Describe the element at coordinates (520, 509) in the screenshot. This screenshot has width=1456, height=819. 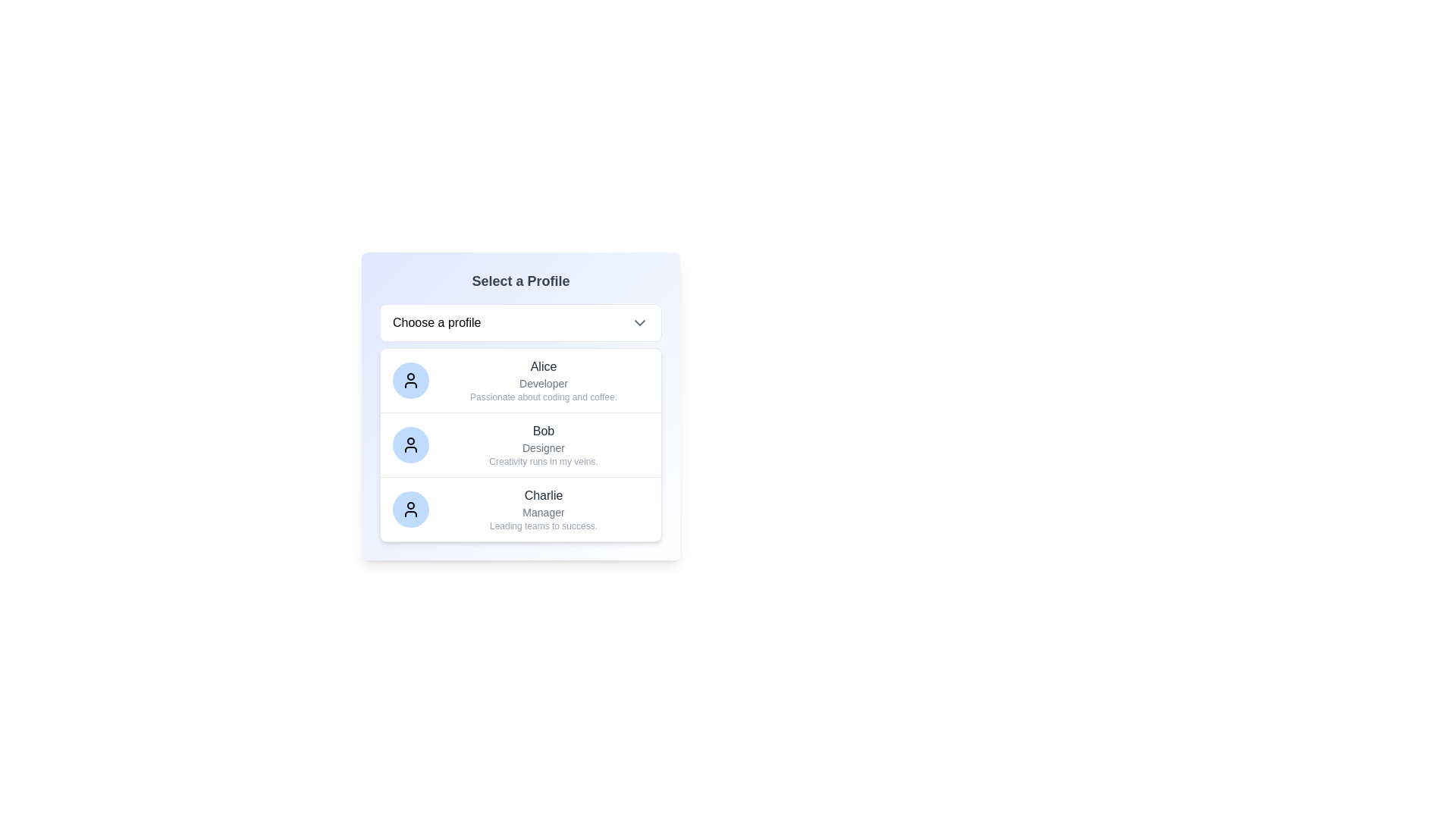
I see `the profile selection list item for 'Charlie', which is the third row in the list under the header 'Select a Profile'` at that location.